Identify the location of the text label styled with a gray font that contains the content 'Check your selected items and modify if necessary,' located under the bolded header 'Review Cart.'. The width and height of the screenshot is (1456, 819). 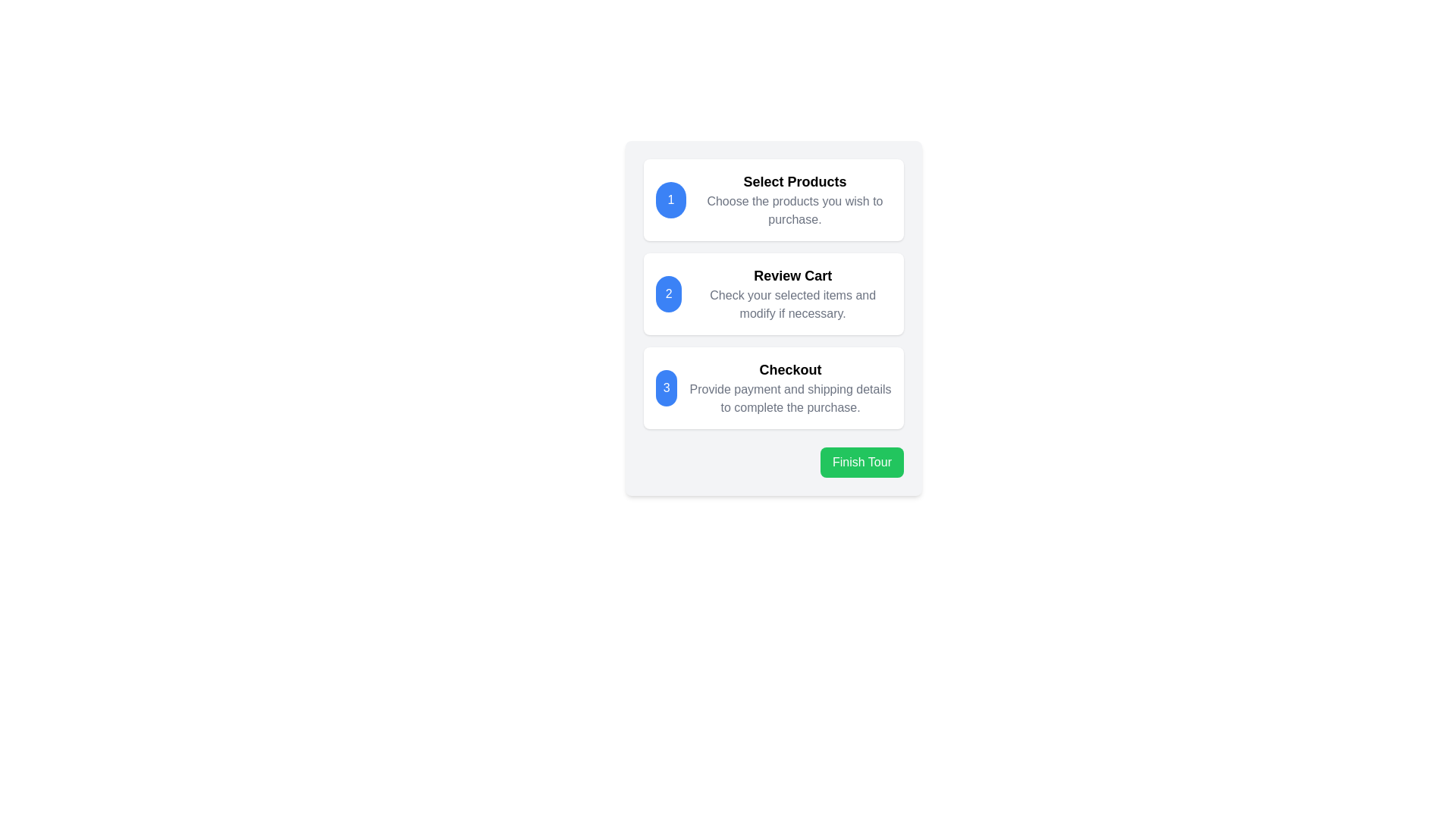
(792, 304).